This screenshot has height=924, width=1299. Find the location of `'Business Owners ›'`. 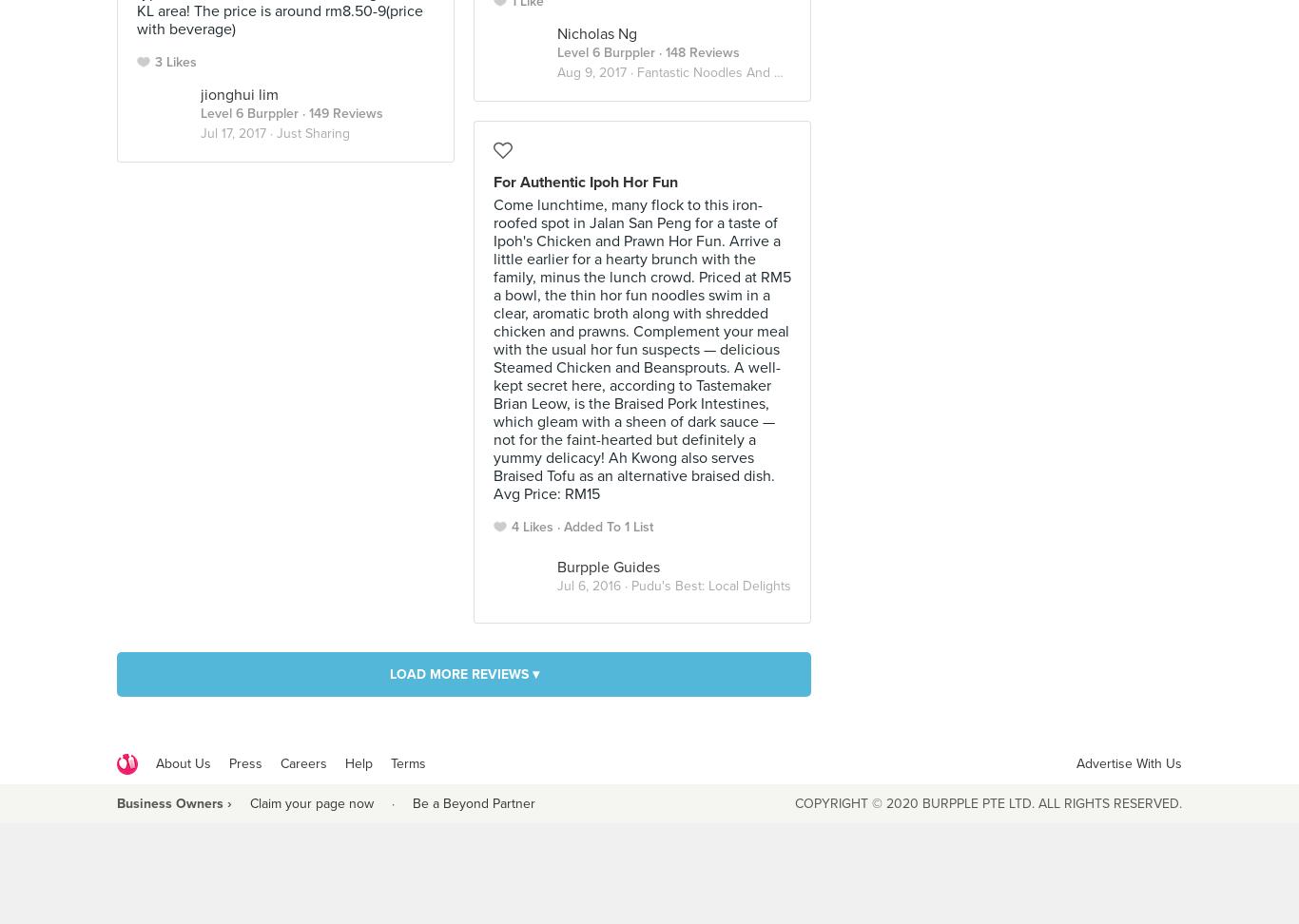

'Business Owners ›' is located at coordinates (173, 801).